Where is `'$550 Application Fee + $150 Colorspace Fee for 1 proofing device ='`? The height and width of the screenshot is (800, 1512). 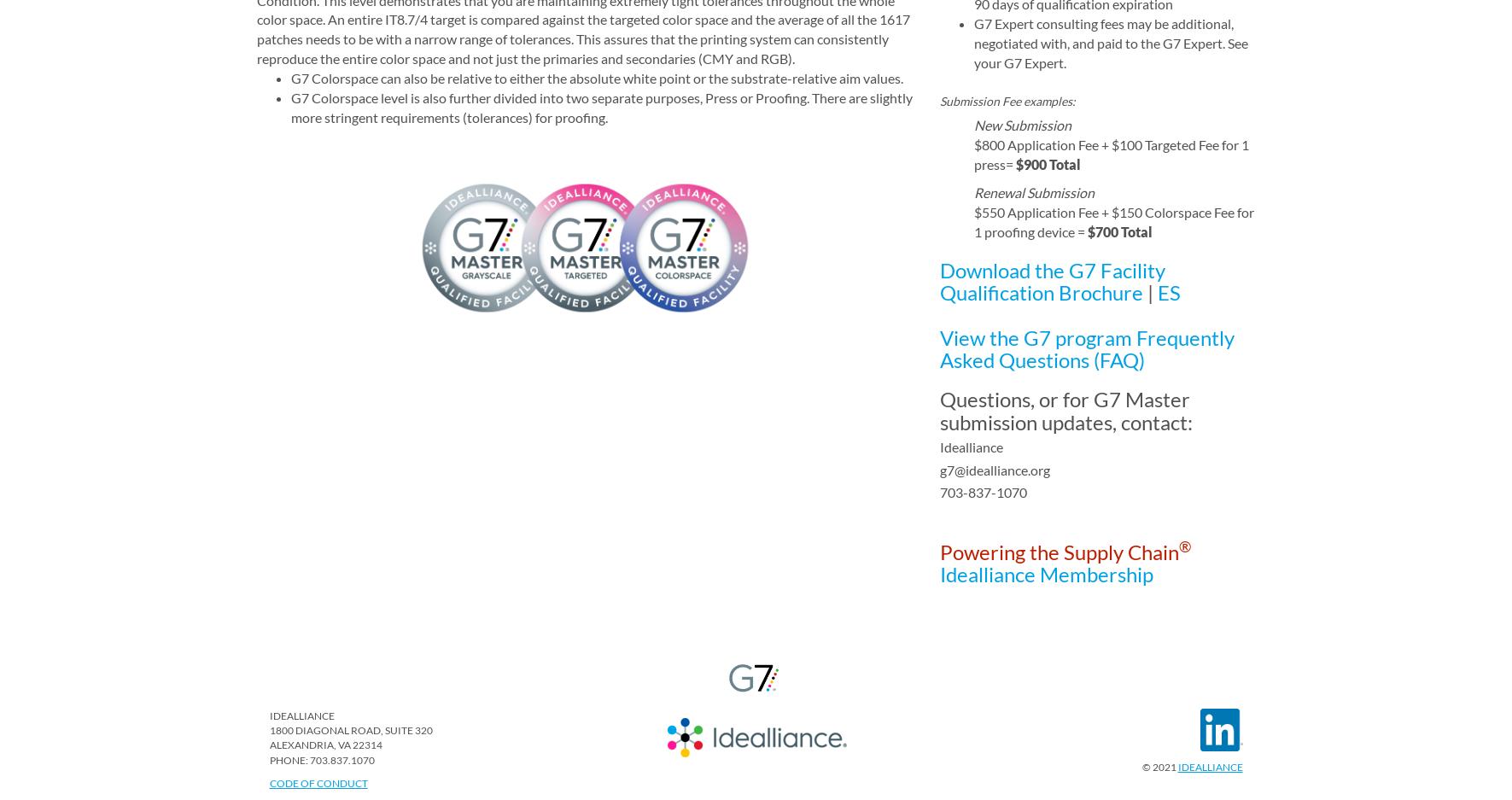
'$550 Application Fee + $150 Colorspace Fee for 1 proofing device =' is located at coordinates (1112, 220).